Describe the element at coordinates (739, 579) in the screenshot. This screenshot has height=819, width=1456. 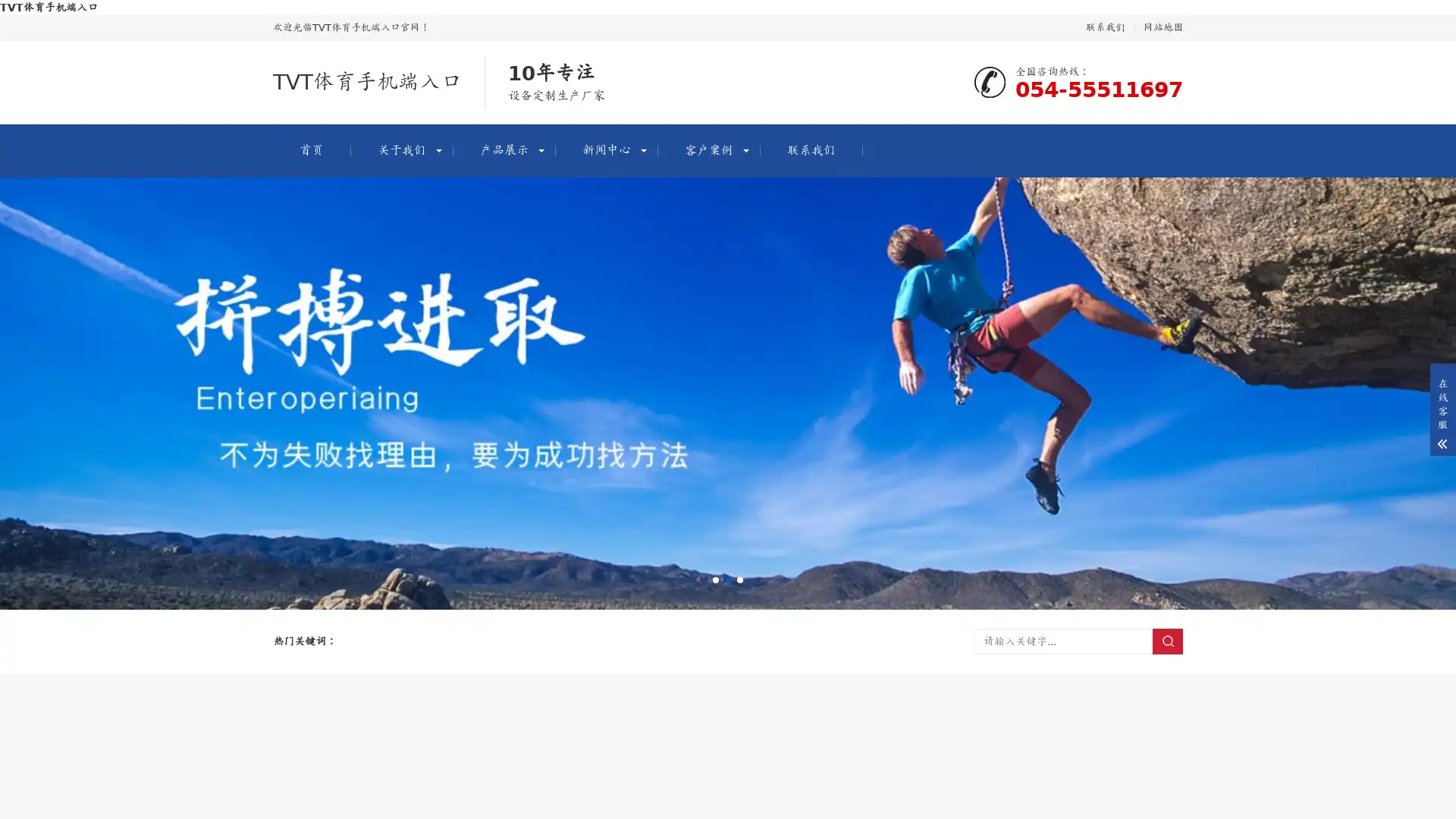
I see `Go to slide 3` at that location.